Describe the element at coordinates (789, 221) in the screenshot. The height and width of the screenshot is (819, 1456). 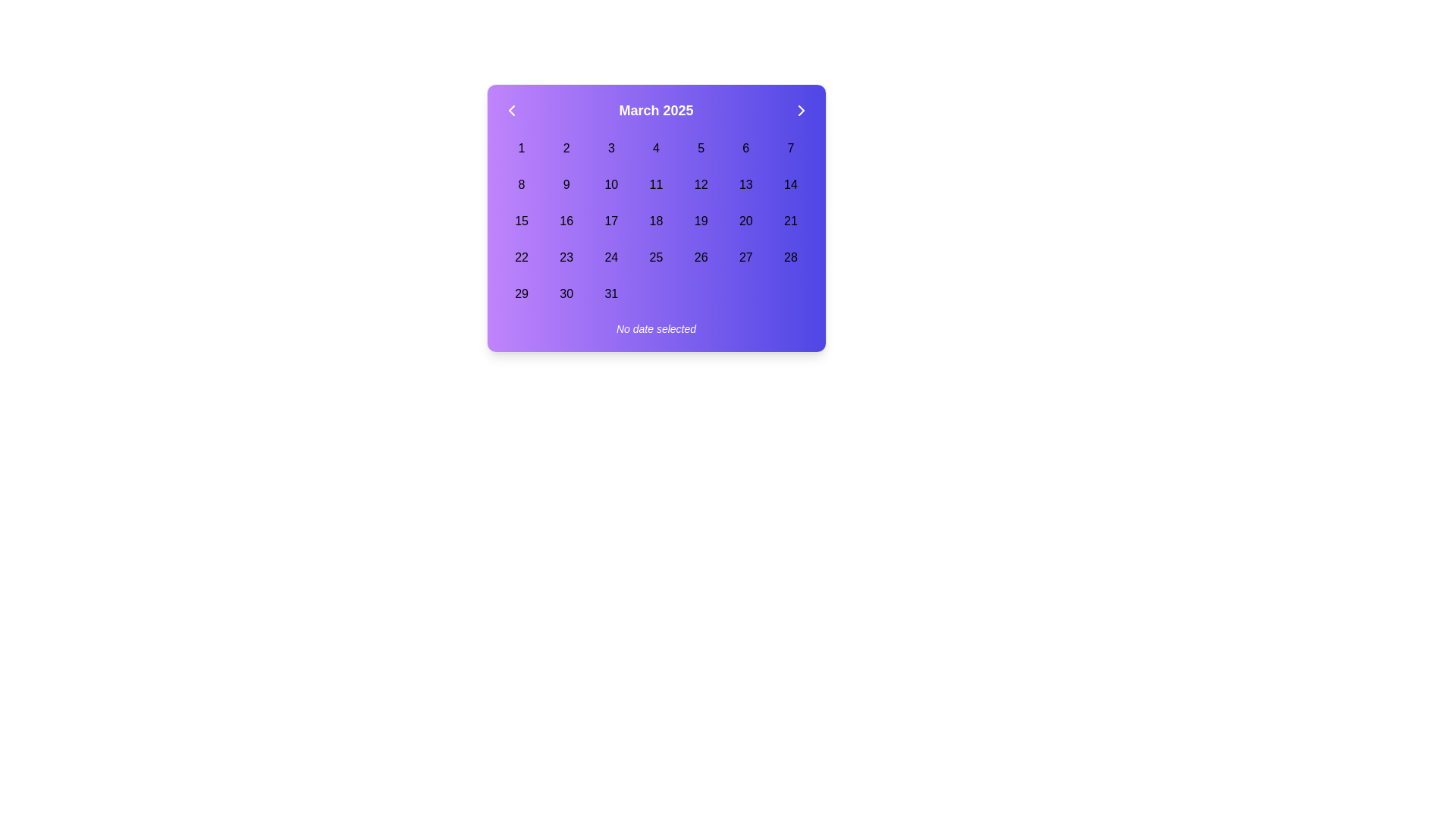
I see `the circular button labeled '21' in the calendar grid` at that location.